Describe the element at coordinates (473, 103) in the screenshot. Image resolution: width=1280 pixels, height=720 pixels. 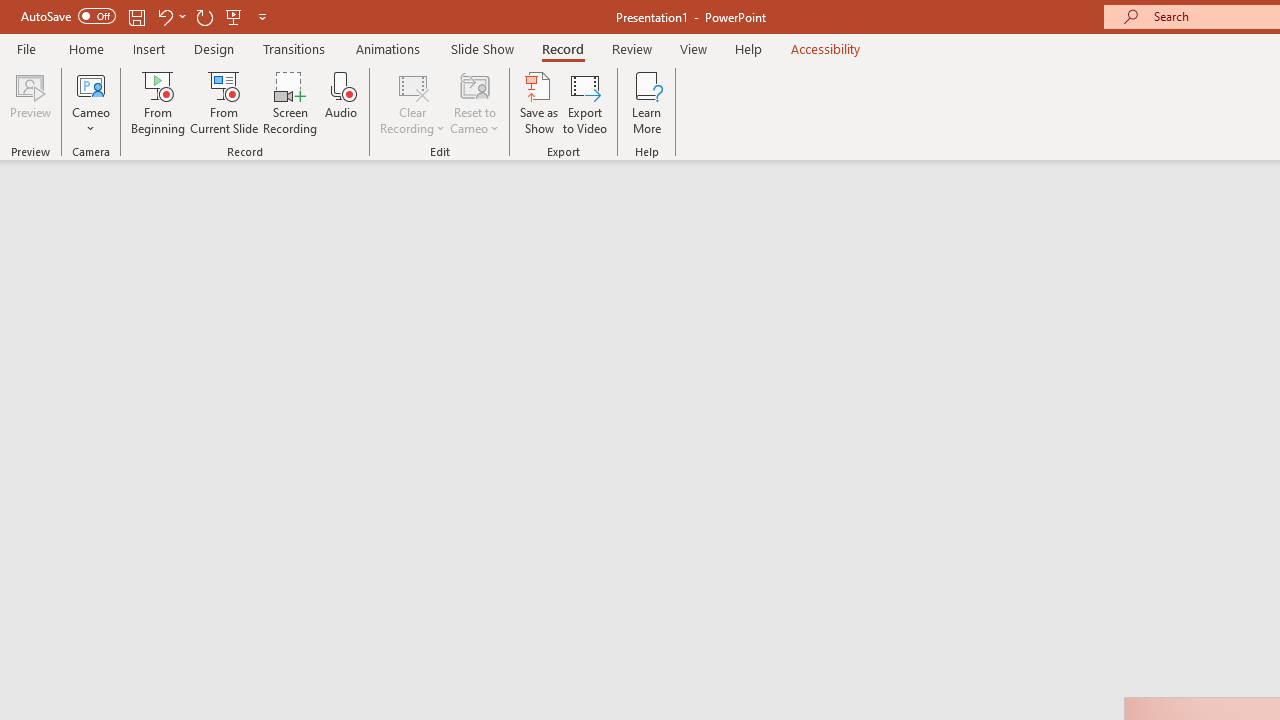
I see `'Reset to Cameo'` at that location.